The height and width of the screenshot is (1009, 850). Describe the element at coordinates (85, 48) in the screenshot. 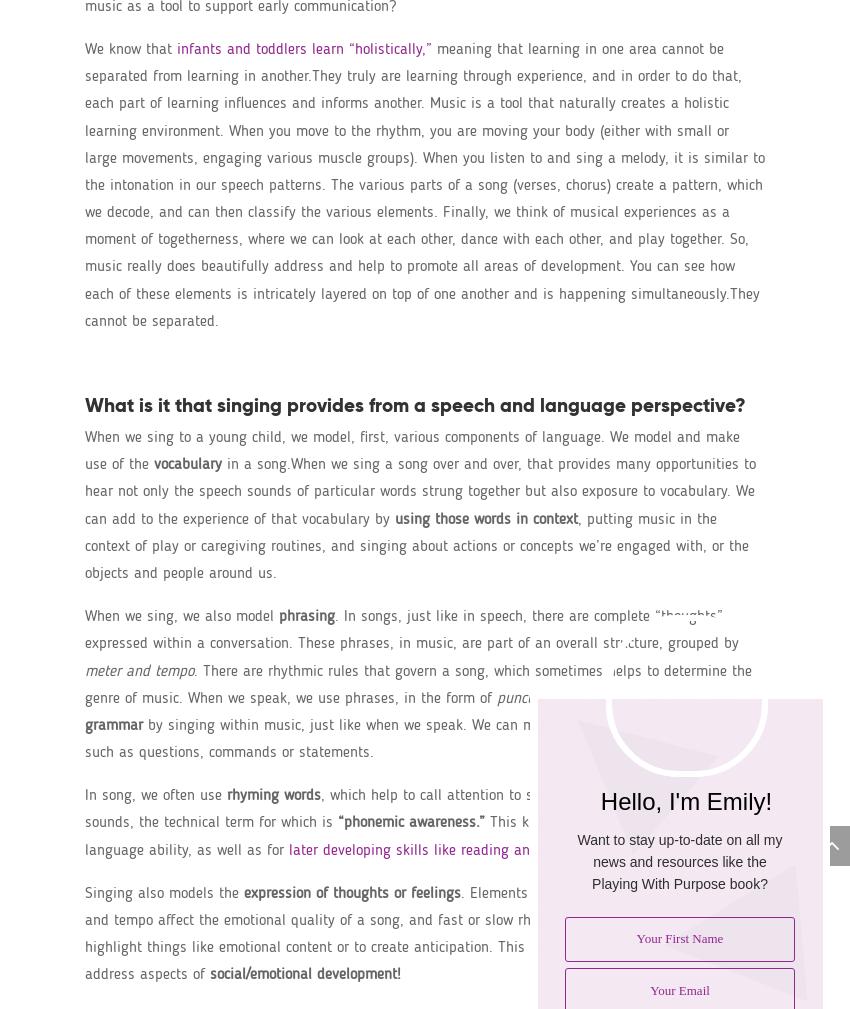

I see `'We know that'` at that location.